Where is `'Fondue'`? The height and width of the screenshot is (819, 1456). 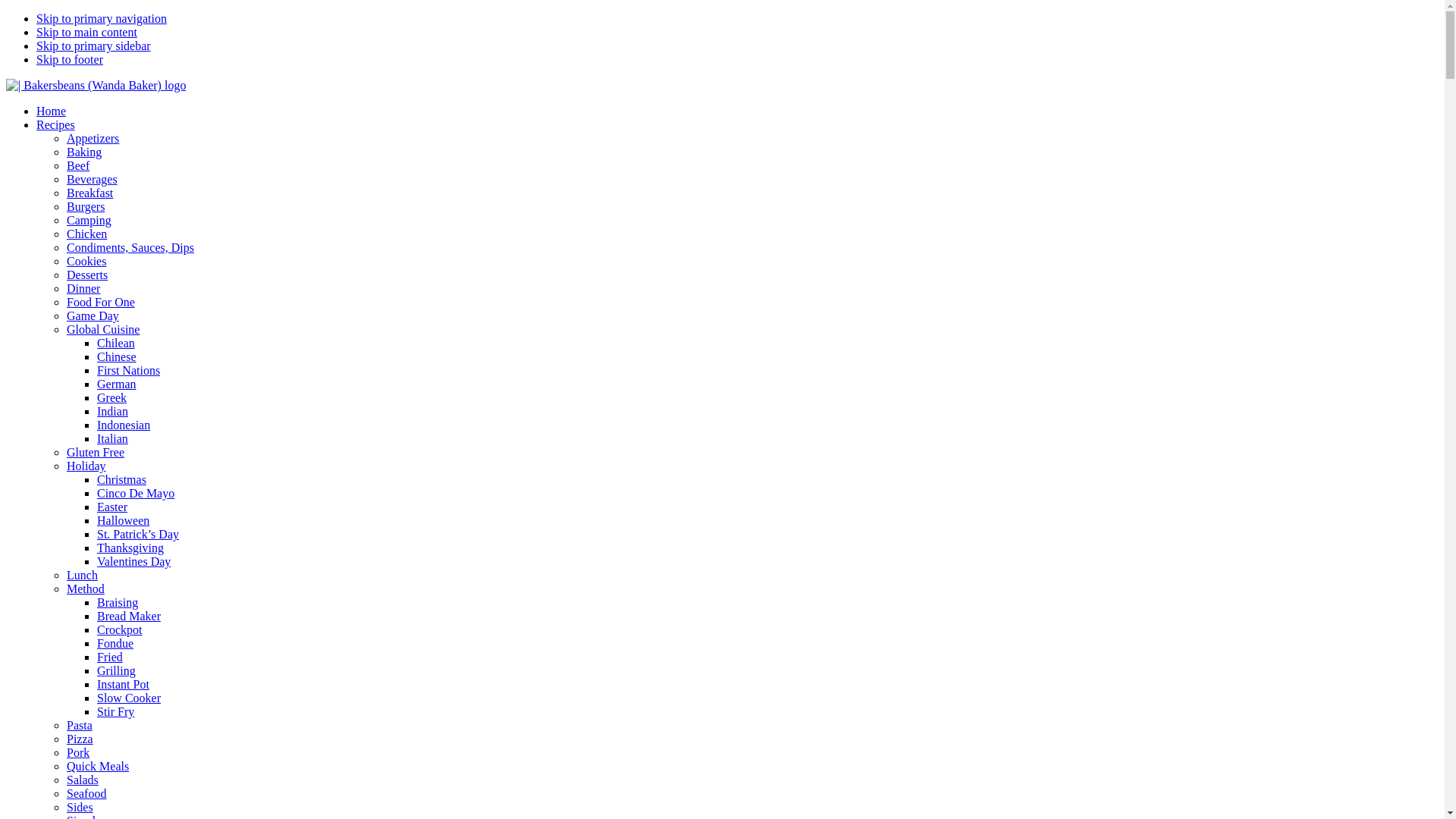 'Fondue' is located at coordinates (115, 643).